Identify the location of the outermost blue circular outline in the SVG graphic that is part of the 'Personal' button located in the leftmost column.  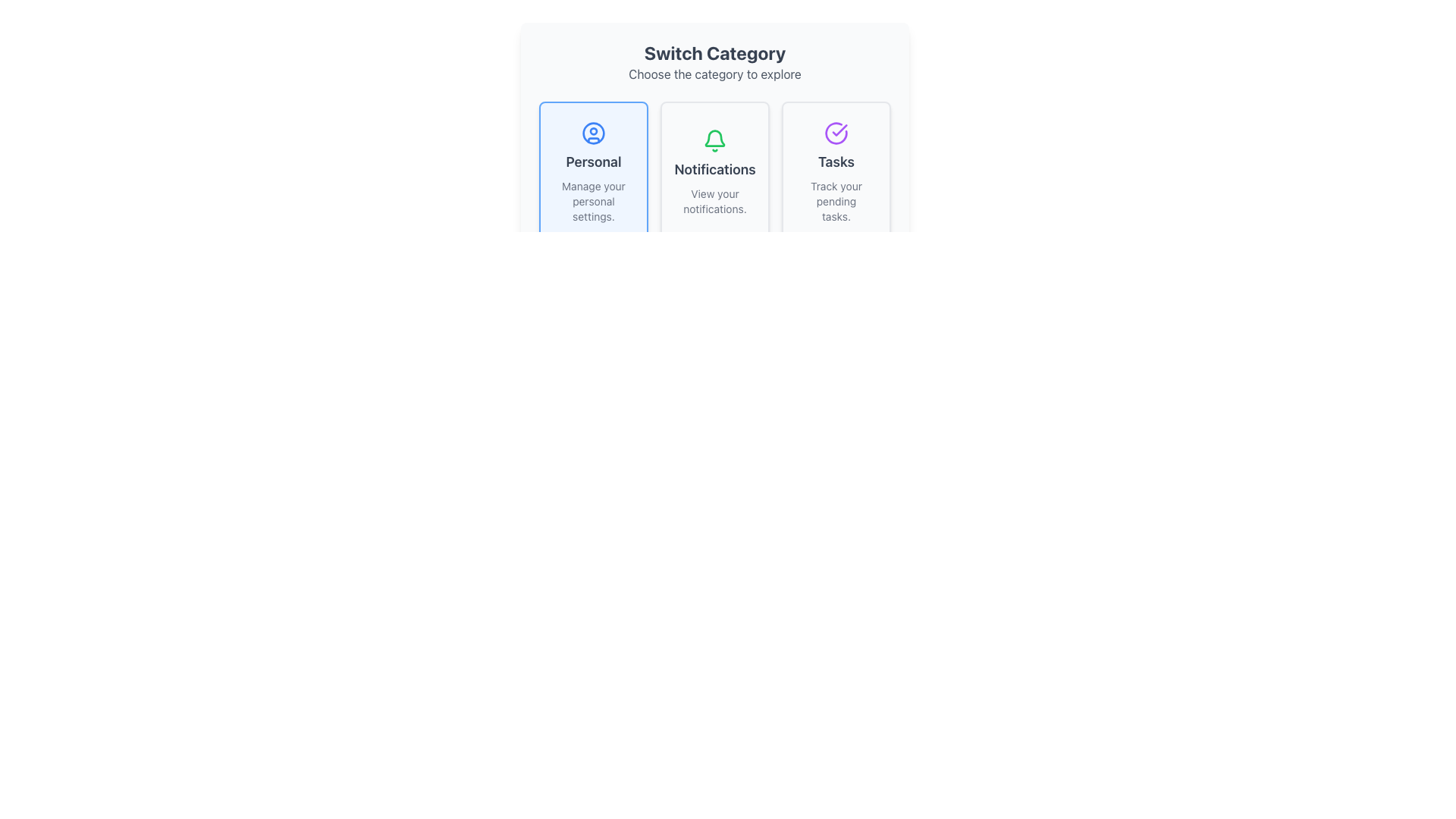
(592, 133).